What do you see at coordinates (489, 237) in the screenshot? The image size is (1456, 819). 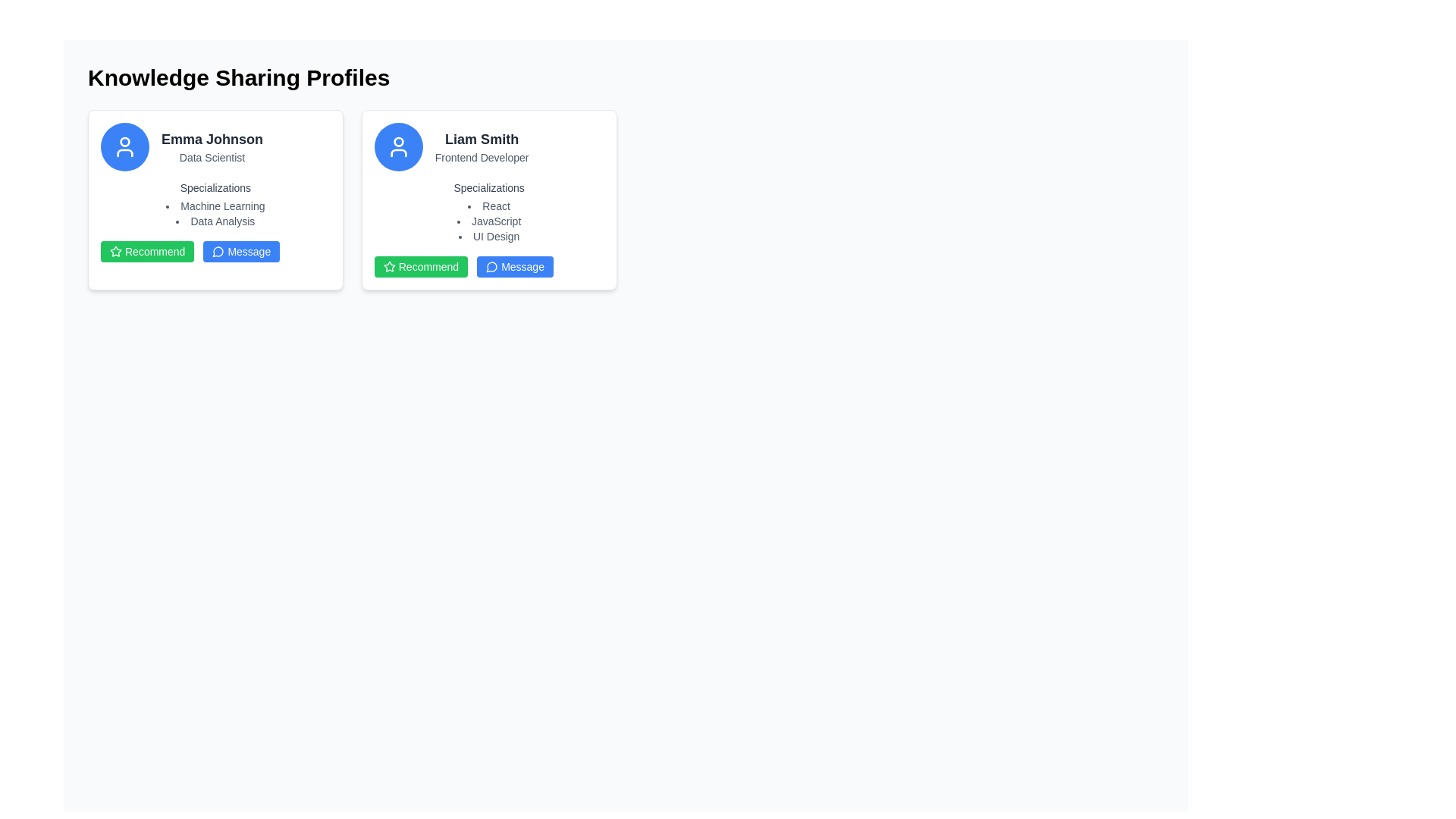 I see `the 'UI Design' text label located at the bottom of the specialization section of Liam Smith's profile card` at bounding box center [489, 237].